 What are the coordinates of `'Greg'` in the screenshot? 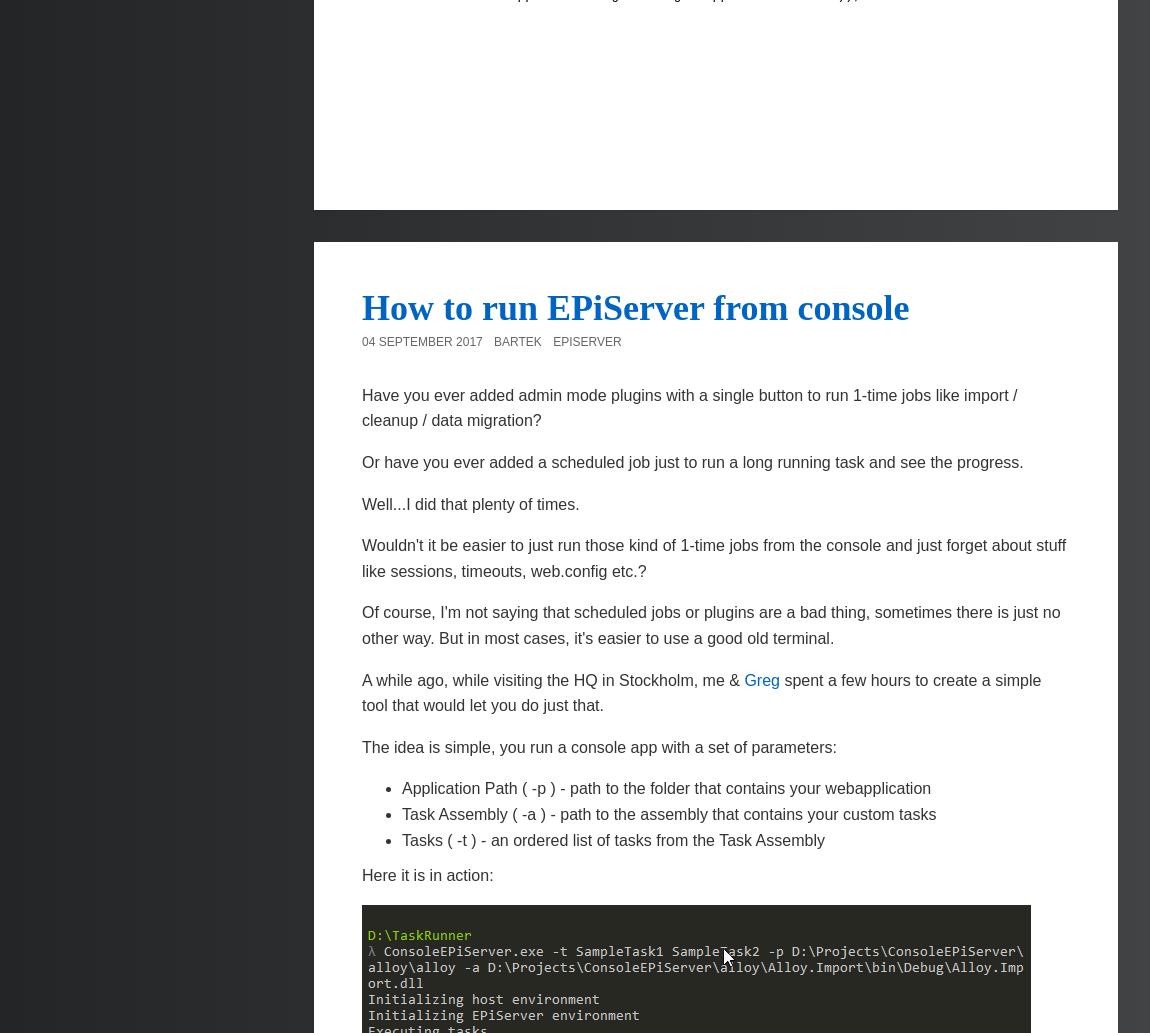 It's located at (760, 678).